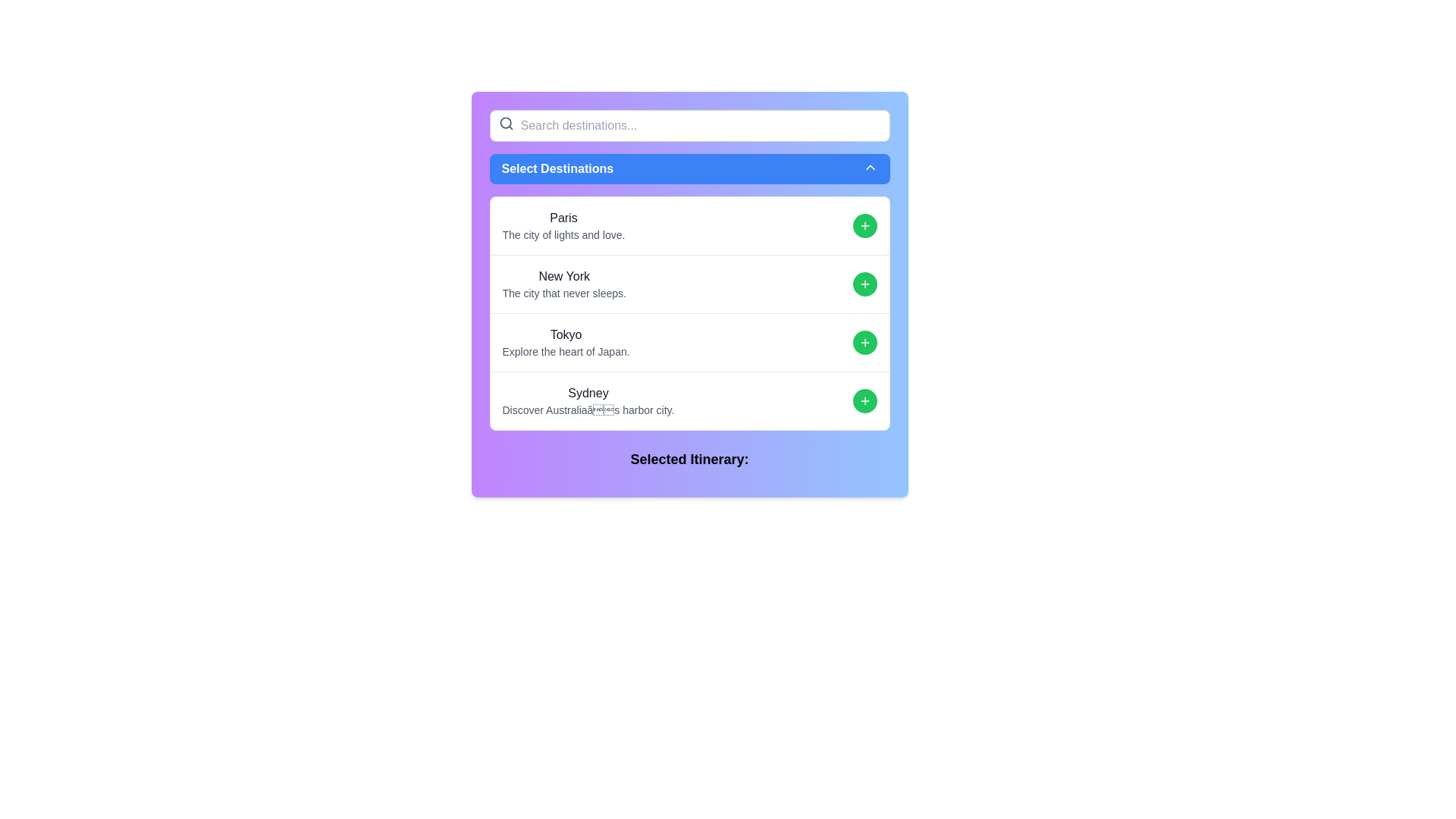  I want to click on the Text Block that displays 'Sydney' and the description 'Discover Australia’s harbor city', located in the fourth item of the vertically stacked list of destinations, so click(588, 400).